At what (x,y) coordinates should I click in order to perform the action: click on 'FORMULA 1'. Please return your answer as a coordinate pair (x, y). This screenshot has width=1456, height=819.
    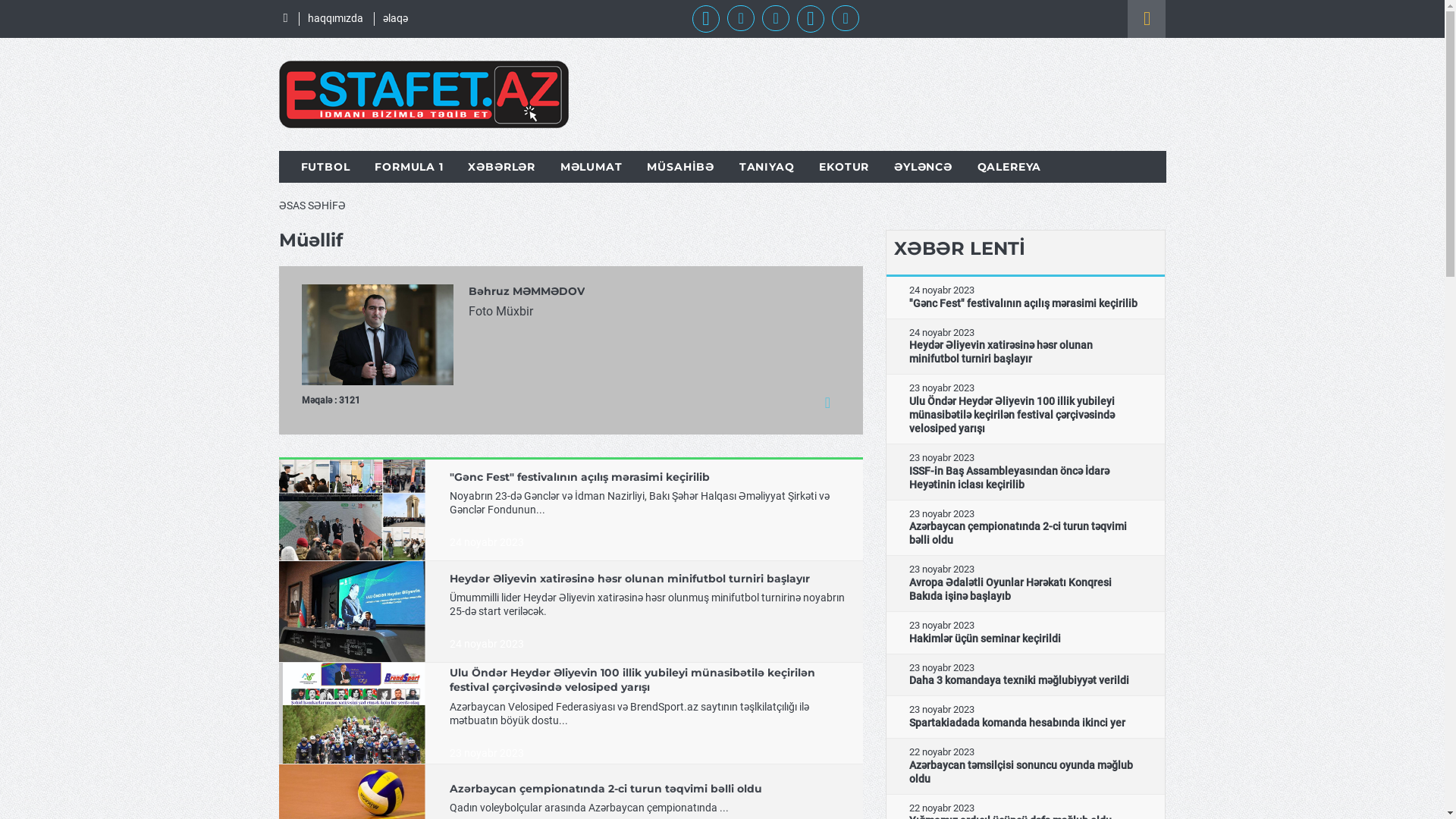
    Looking at the image, I should click on (409, 166).